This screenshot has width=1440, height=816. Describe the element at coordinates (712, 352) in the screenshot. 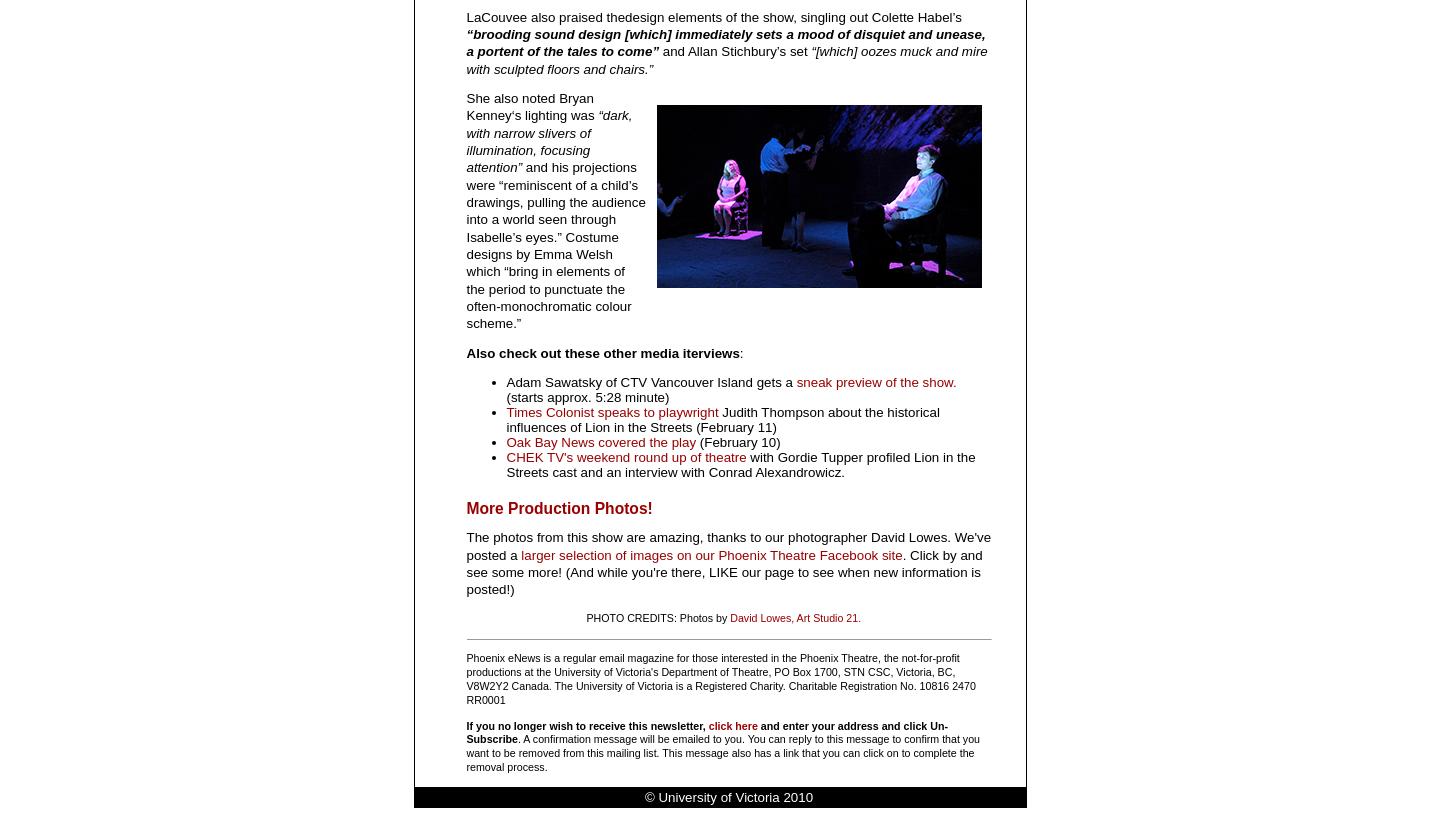

I see `'terviews'` at that location.